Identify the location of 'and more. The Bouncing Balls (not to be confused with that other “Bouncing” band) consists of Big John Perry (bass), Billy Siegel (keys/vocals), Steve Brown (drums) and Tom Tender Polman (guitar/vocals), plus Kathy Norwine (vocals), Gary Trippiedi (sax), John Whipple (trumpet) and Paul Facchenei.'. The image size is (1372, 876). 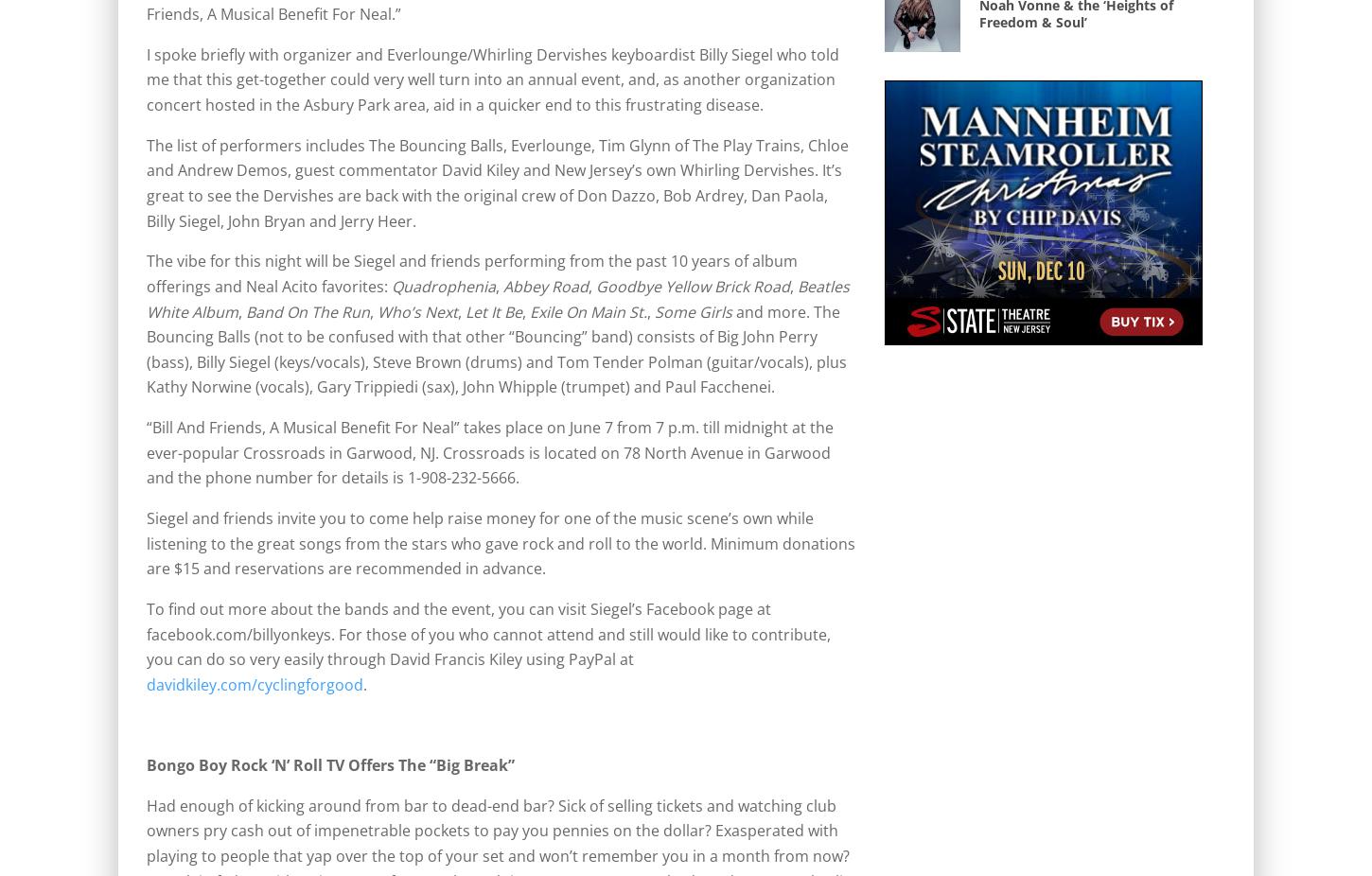
(146, 349).